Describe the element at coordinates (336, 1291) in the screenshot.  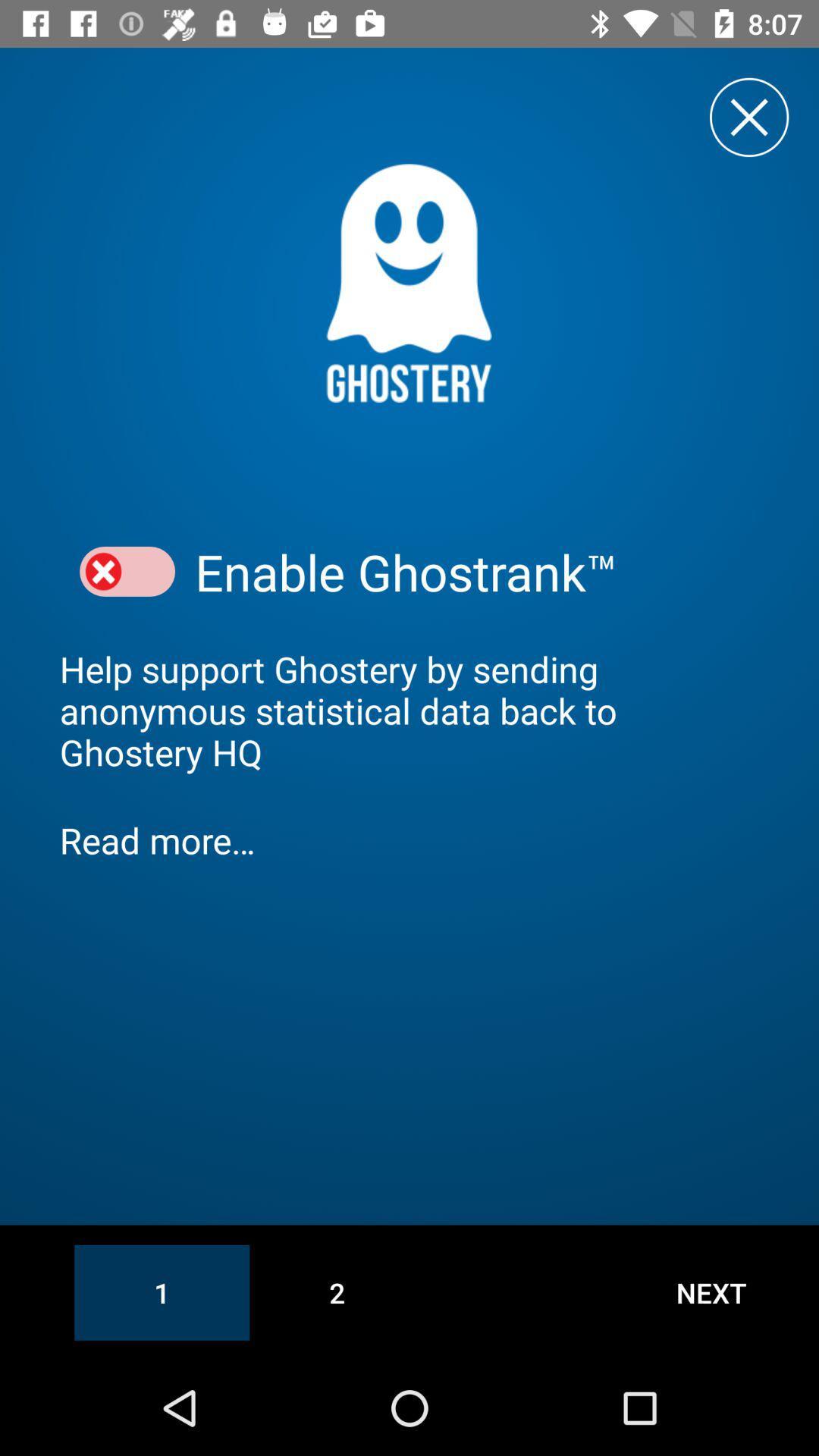
I see `the icon next to the next` at that location.